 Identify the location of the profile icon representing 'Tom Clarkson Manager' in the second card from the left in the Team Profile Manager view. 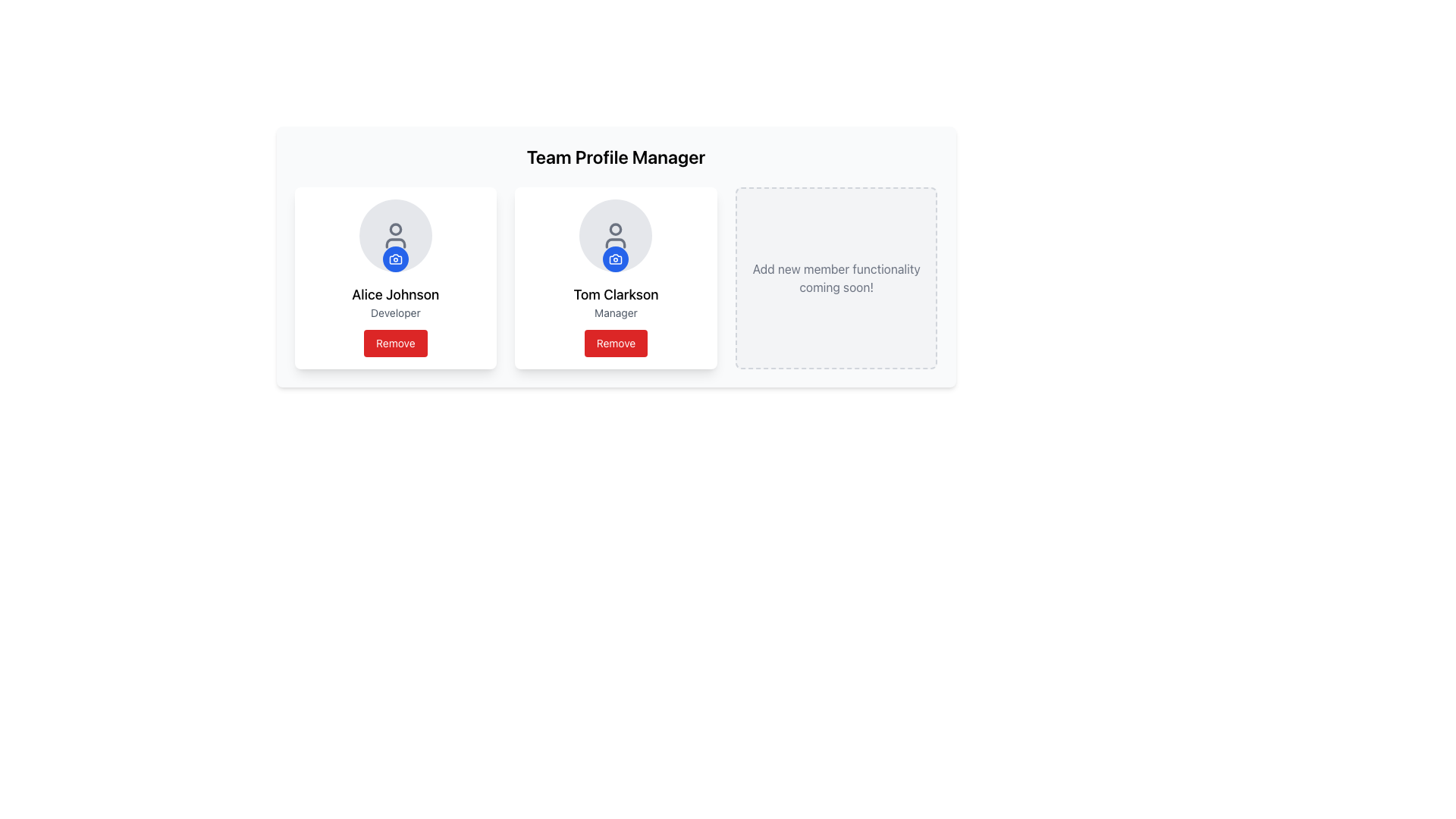
(616, 236).